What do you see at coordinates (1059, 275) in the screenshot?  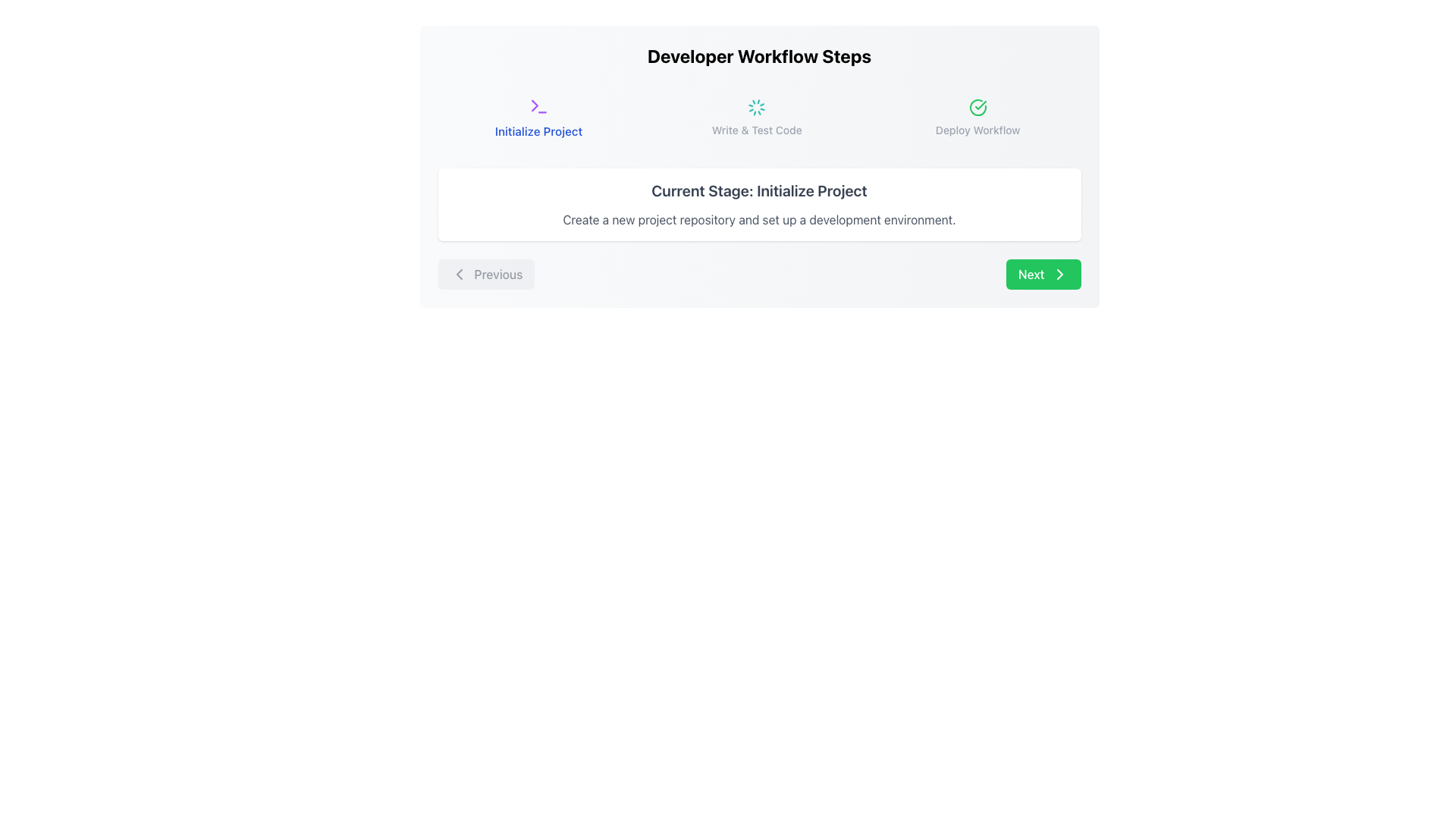 I see `the rightward chevron arrow icon, which is positioned to the far-right of the 'Next' button` at bounding box center [1059, 275].